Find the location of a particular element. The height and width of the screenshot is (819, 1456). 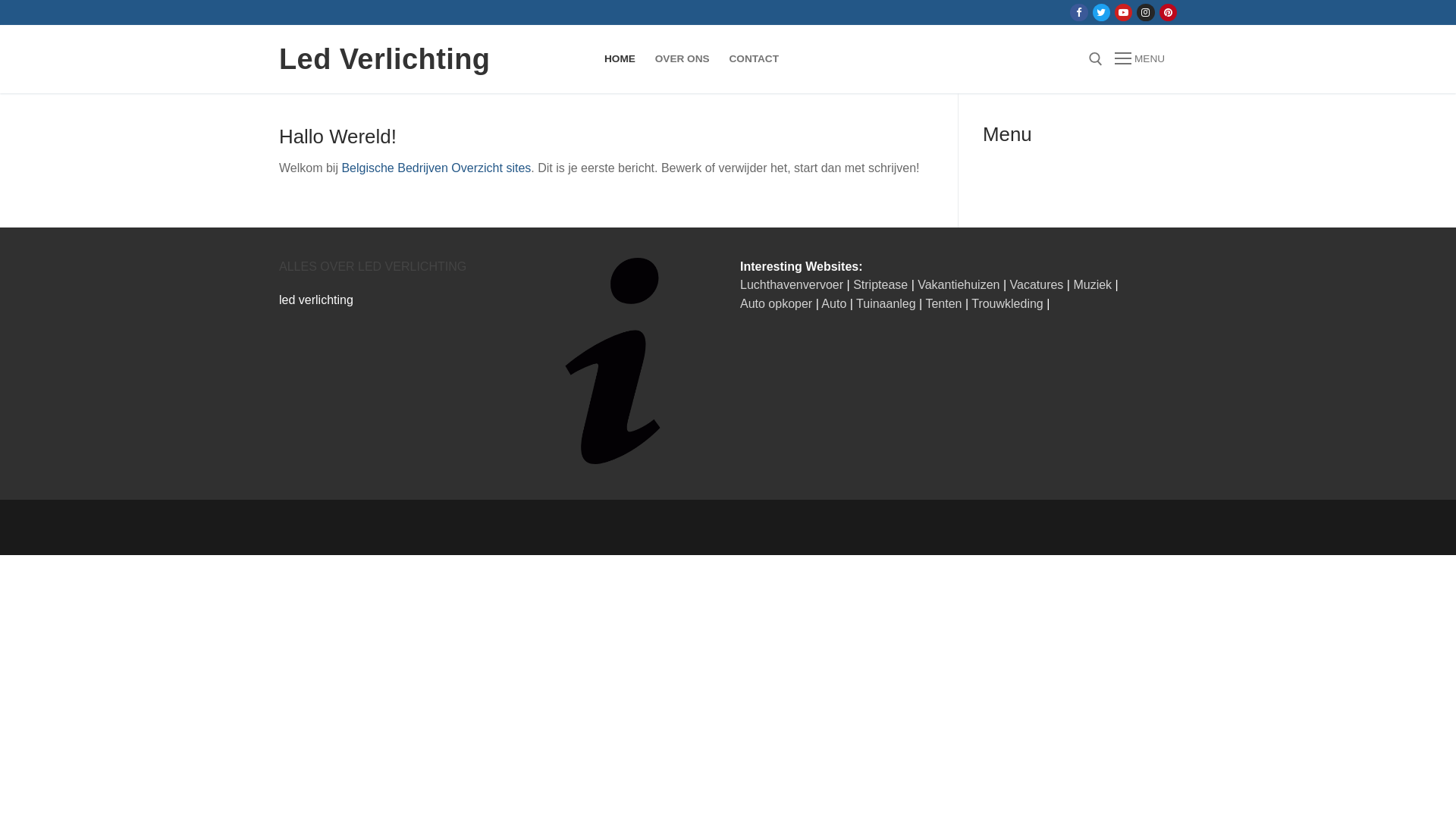

'Trouwkleding' is located at coordinates (1007, 303).